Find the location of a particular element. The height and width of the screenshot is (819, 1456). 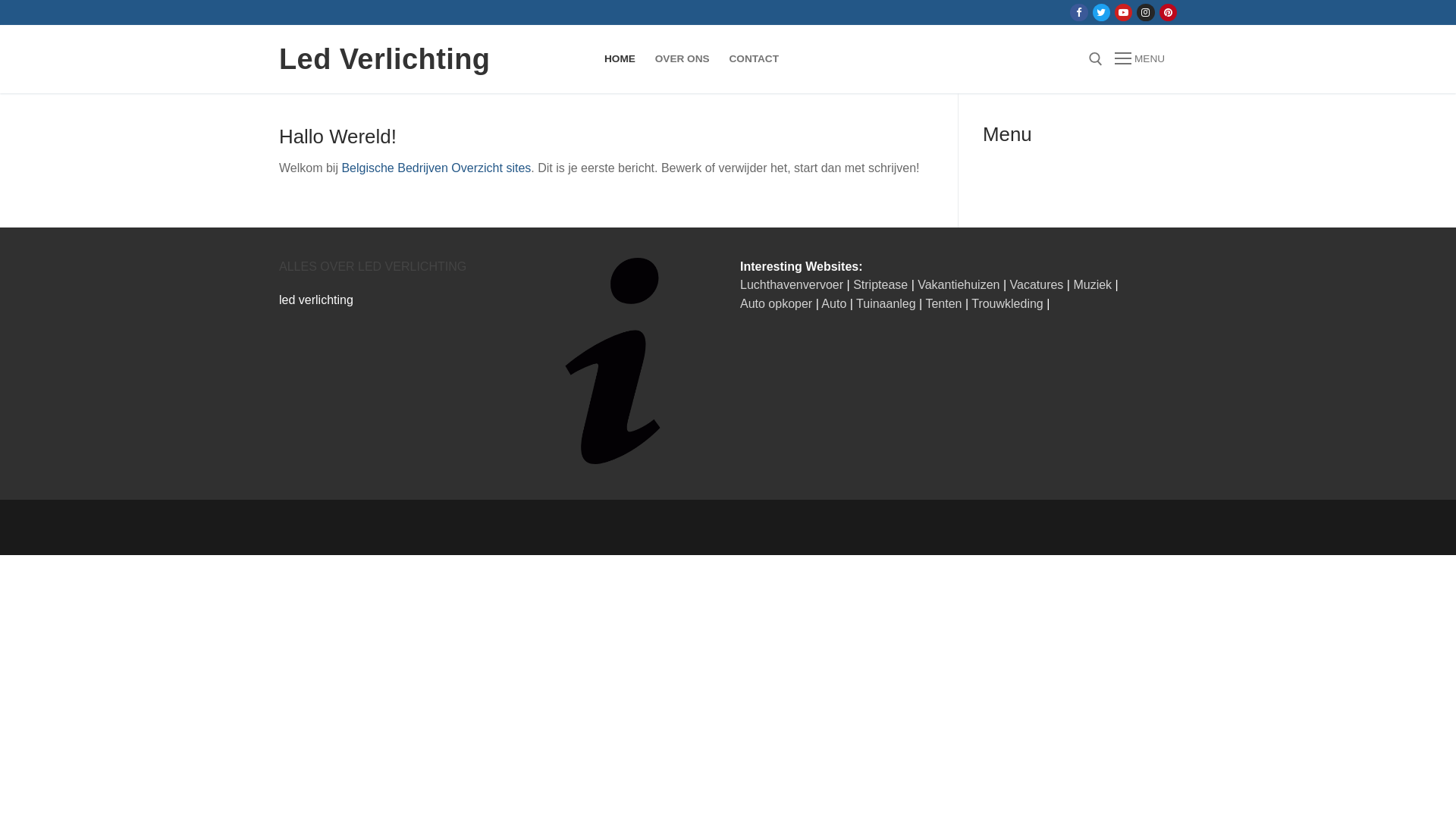

'Trouwkleding' is located at coordinates (1007, 303).